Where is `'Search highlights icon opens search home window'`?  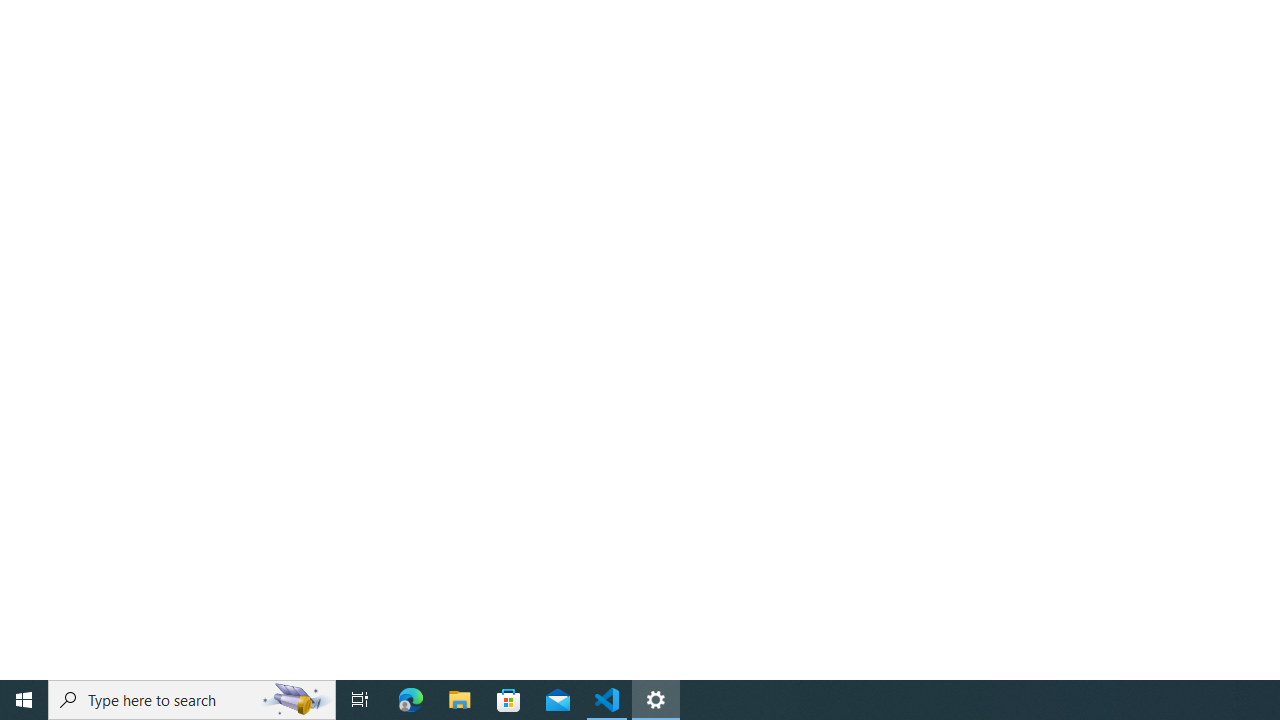 'Search highlights icon opens search home window' is located at coordinates (294, 698).